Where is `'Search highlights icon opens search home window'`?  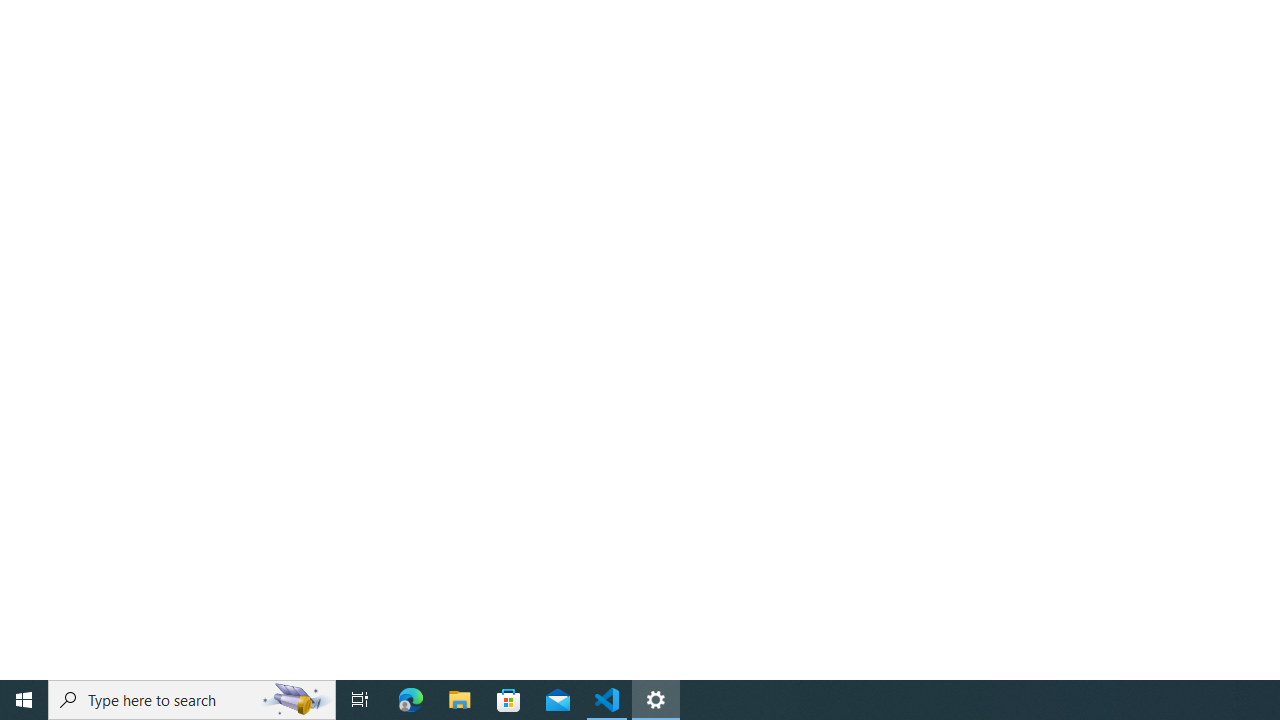 'Search highlights icon opens search home window' is located at coordinates (294, 698).